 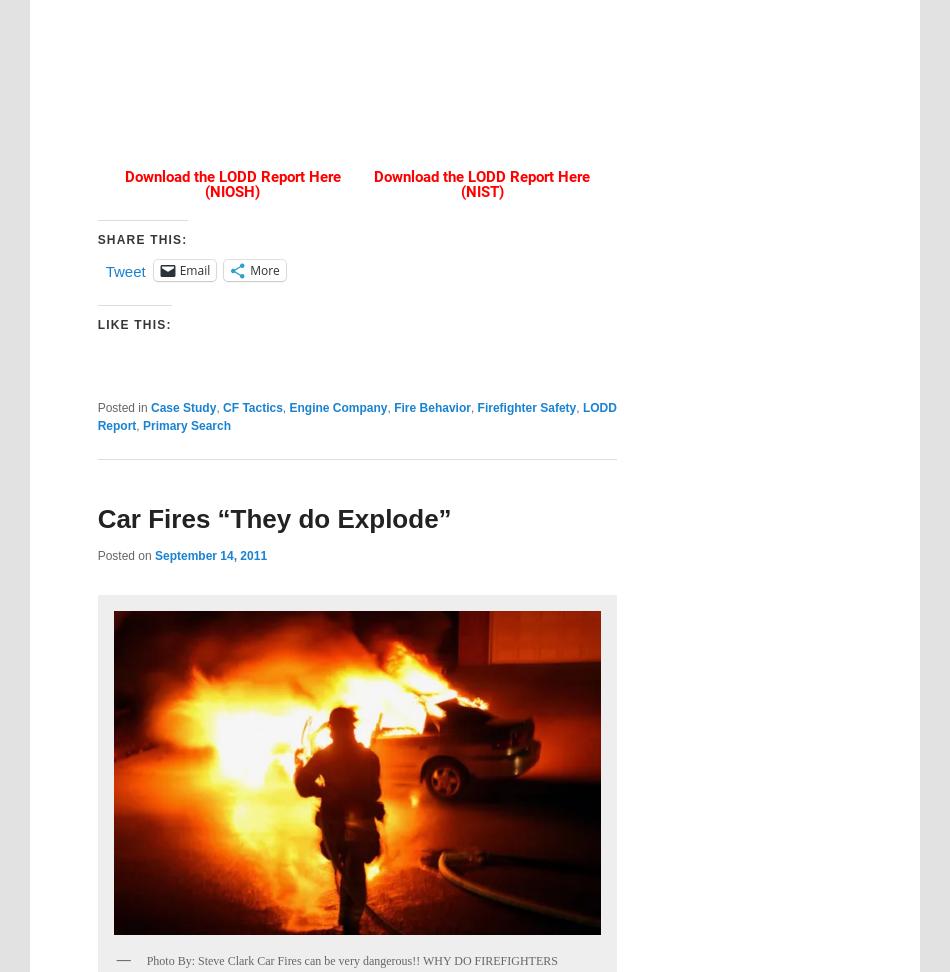 I want to click on 'CF Tactics', so click(x=251, y=406).